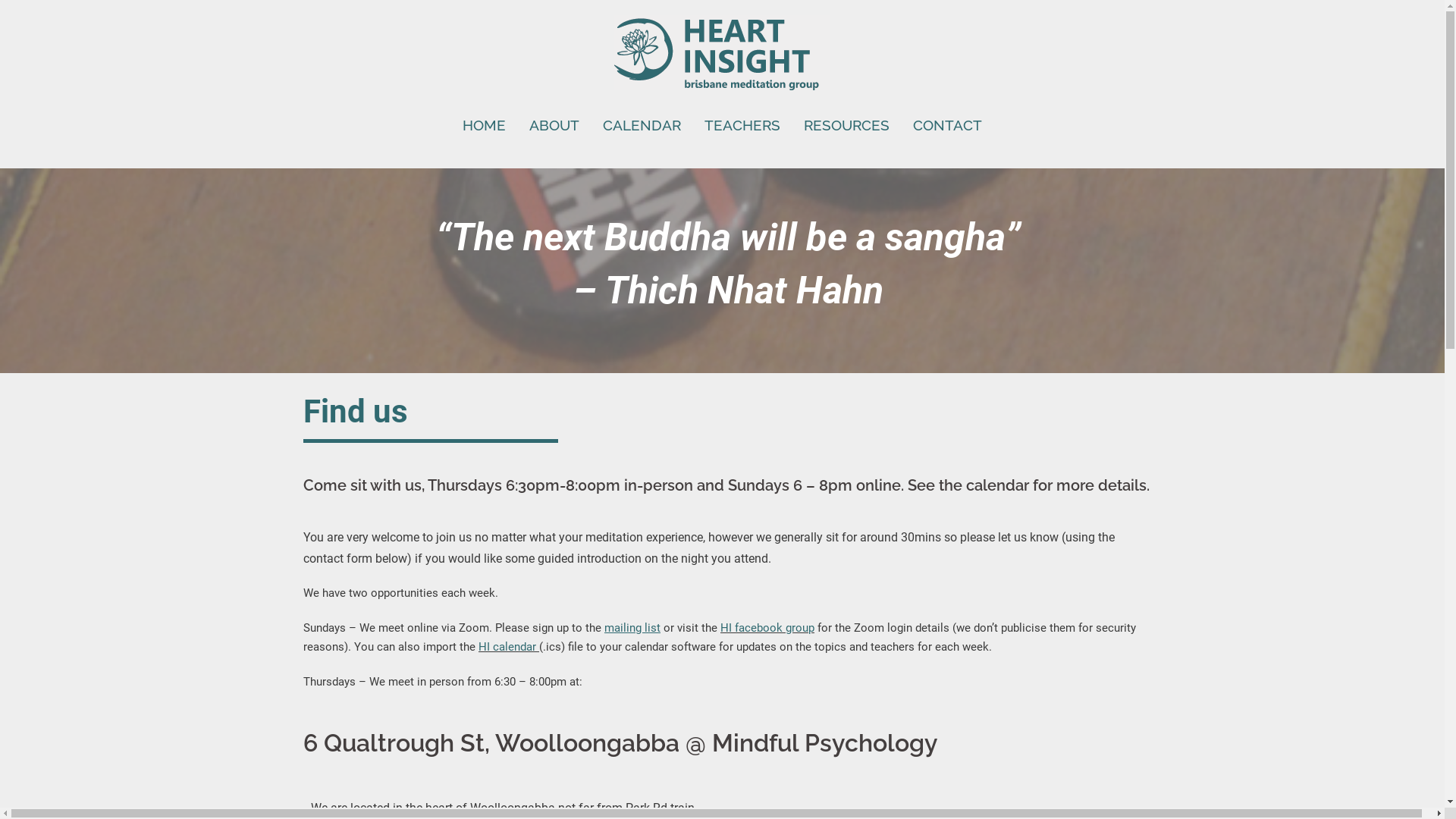  I want to click on 'CALENDAR', so click(642, 124).